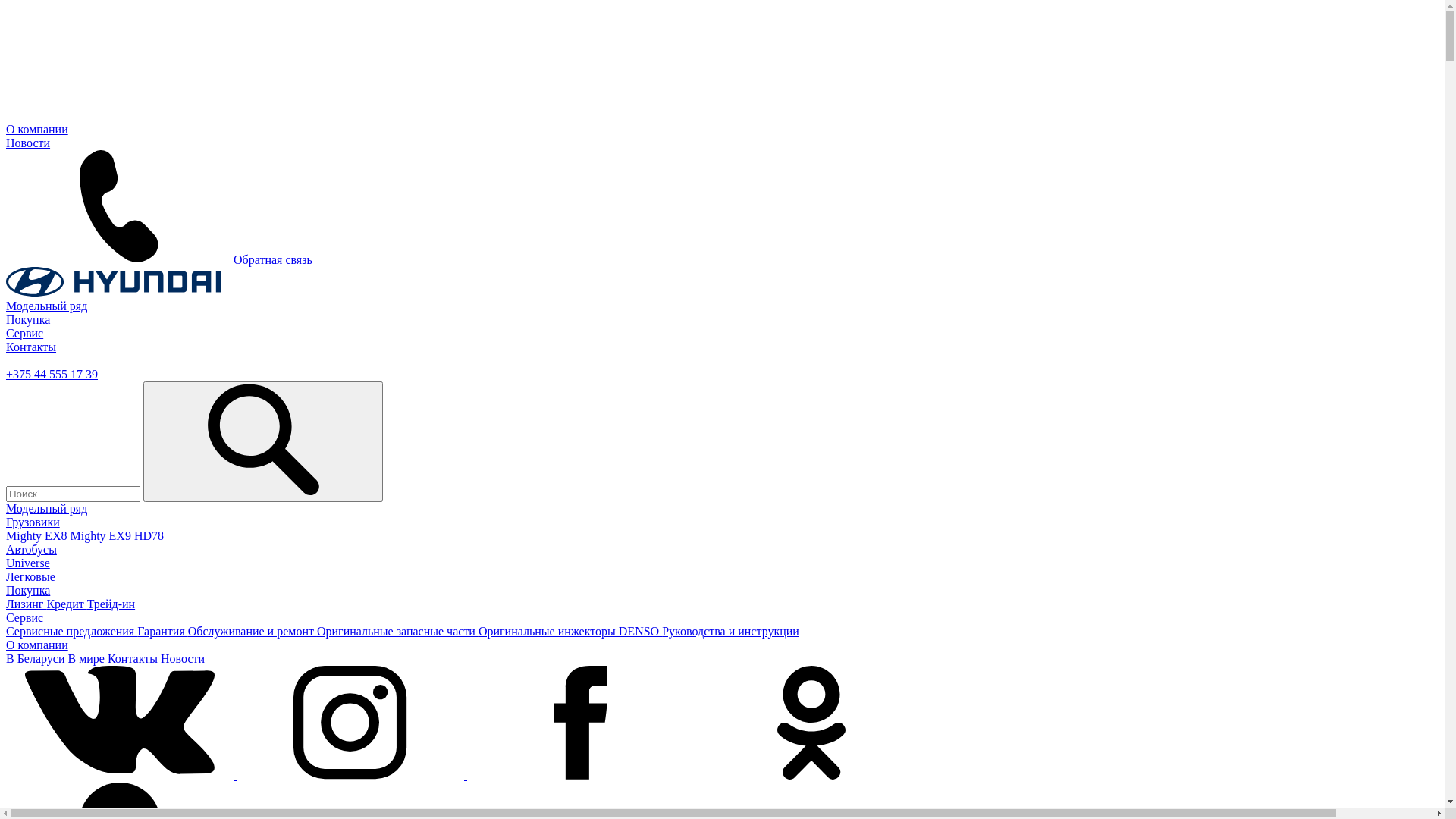  What do you see at coordinates (28, 563) in the screenshot?
I see `'Universe'` at bounding box center [28, 563].